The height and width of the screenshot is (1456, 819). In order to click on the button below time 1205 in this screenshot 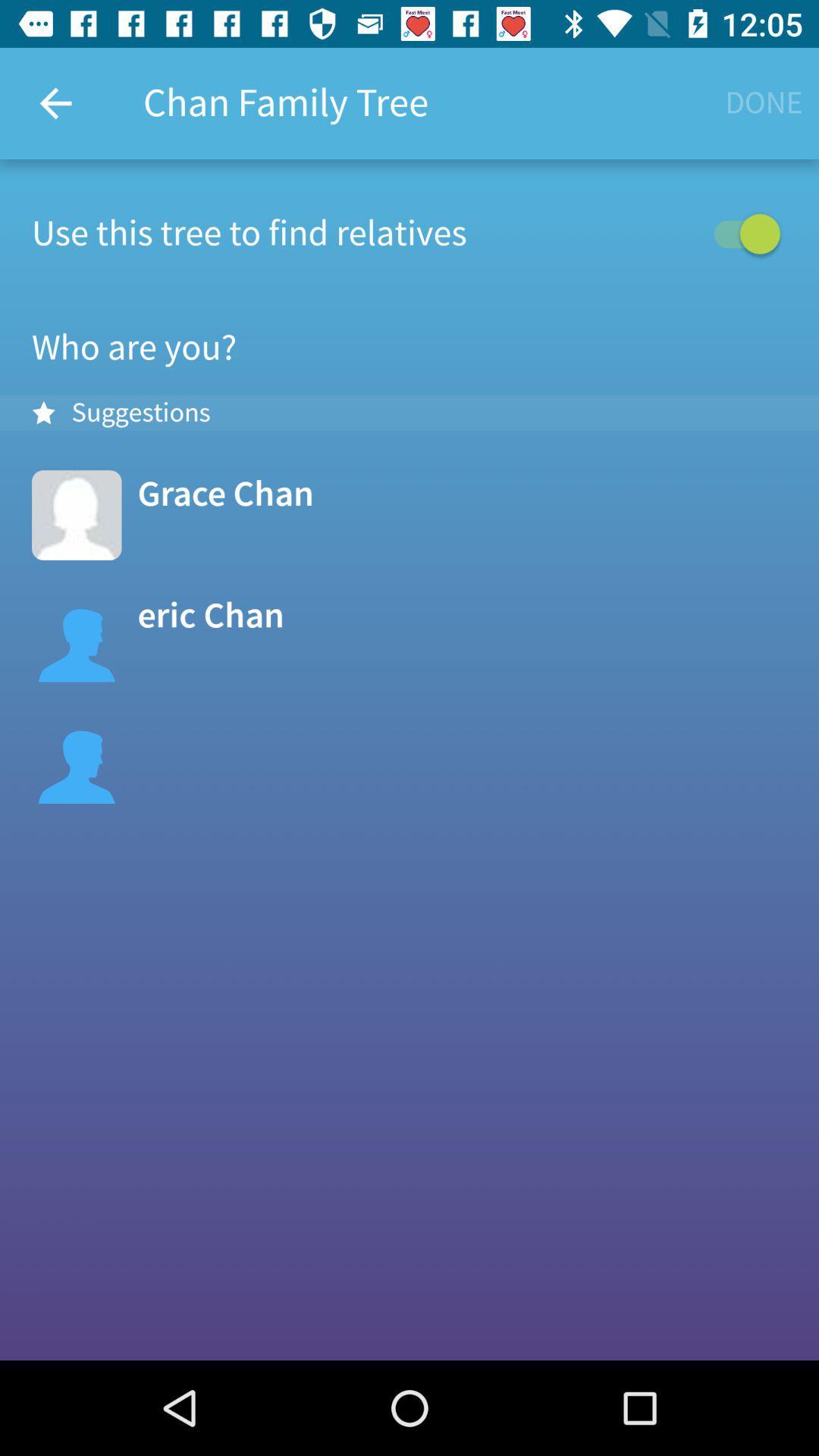, I will do `click(764, 103)`.